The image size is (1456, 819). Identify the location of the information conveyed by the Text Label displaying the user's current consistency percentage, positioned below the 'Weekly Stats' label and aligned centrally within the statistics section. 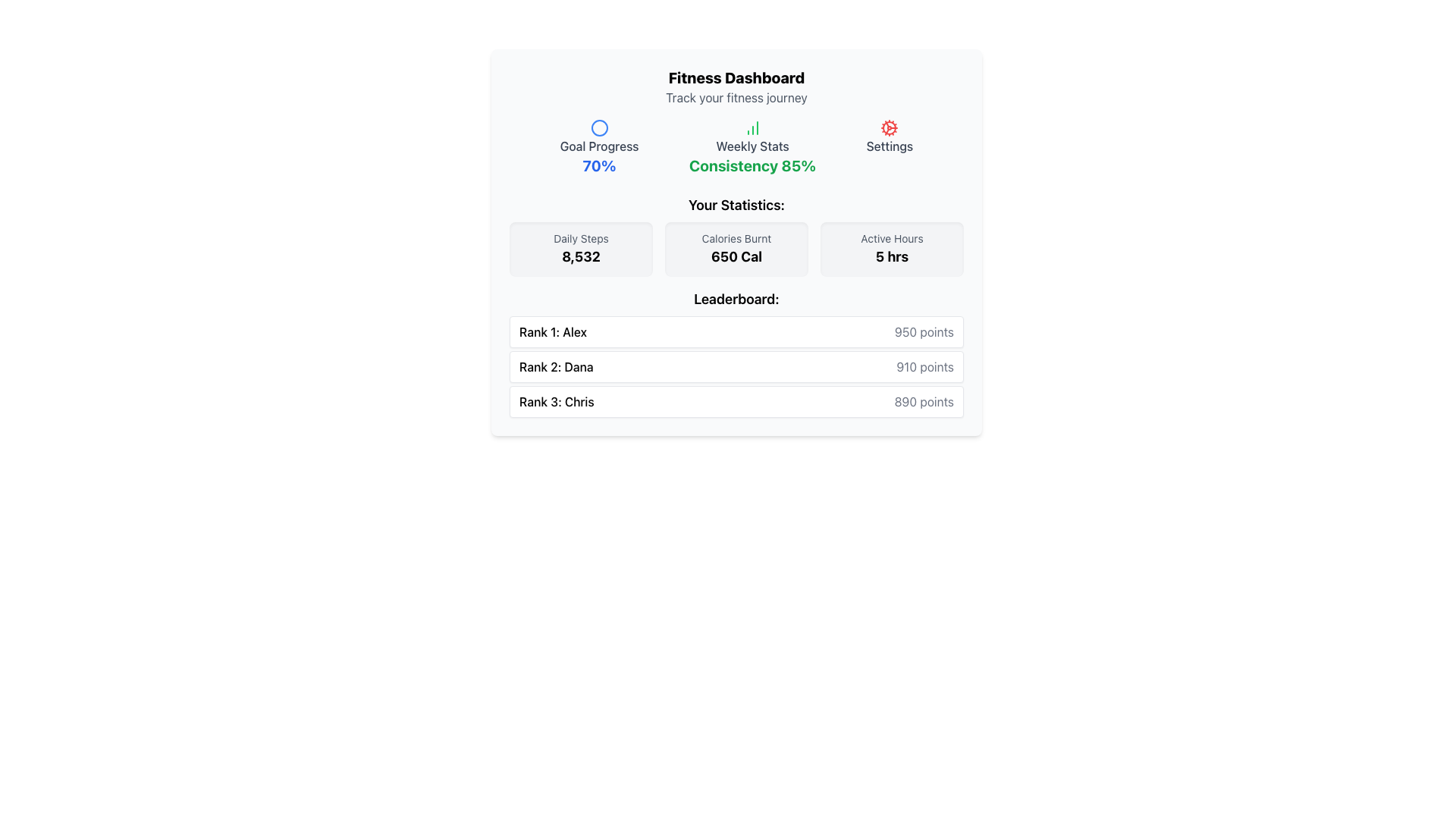
(752, 166).